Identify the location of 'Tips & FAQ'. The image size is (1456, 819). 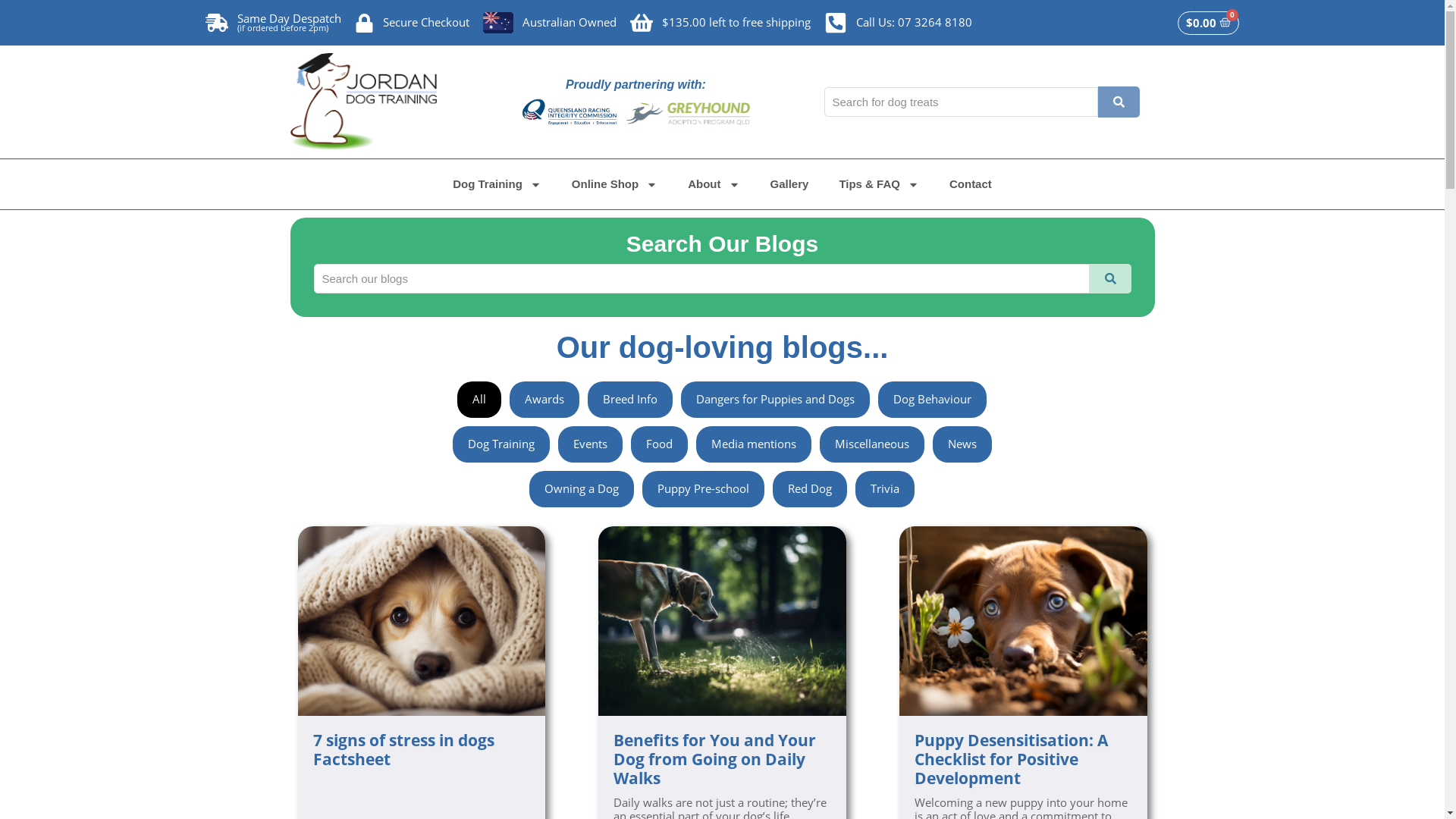
(878, 184).